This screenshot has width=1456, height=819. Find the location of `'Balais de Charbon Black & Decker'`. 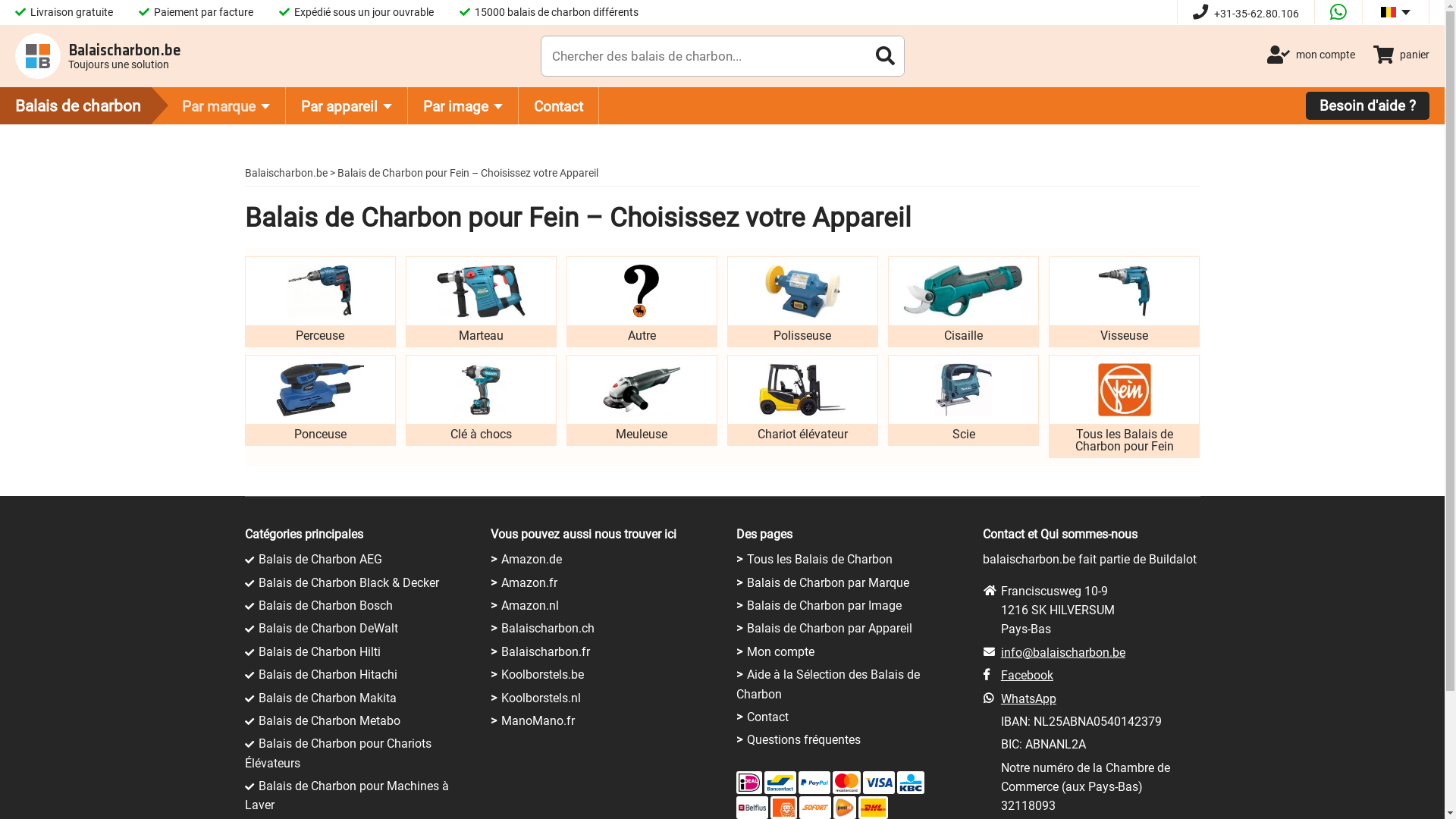

'Balais de Charbon Black & Decker' is located at coordinates (347, 582).